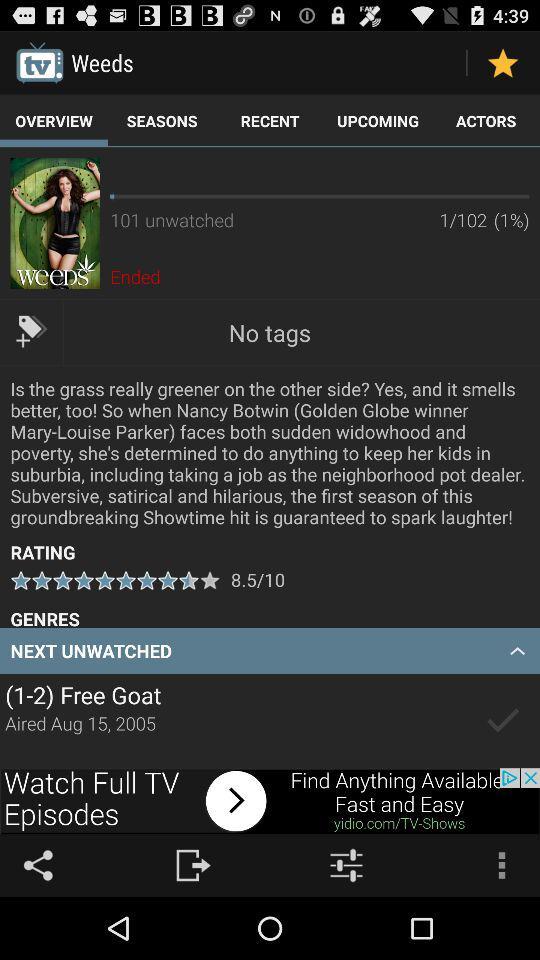  What do you see at coordinates (55, 223) in the screenshot?
I see `advertisement image` at bounding box center [55, 223].